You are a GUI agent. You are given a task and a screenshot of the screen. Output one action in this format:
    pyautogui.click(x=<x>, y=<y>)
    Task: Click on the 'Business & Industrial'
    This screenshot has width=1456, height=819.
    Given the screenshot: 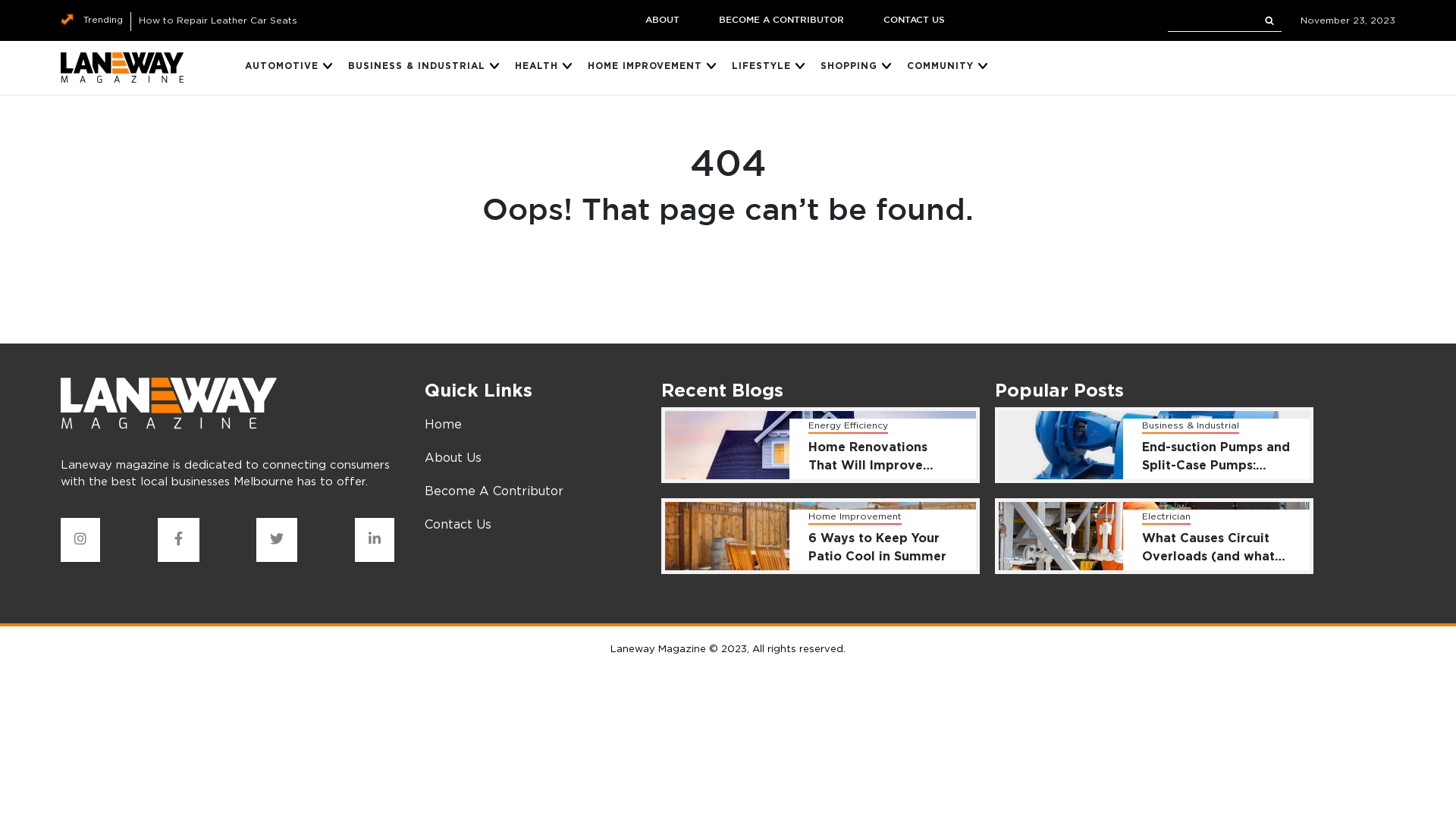 What is the action you would take?
    pyautogui.click(x=1189, y=426)
    